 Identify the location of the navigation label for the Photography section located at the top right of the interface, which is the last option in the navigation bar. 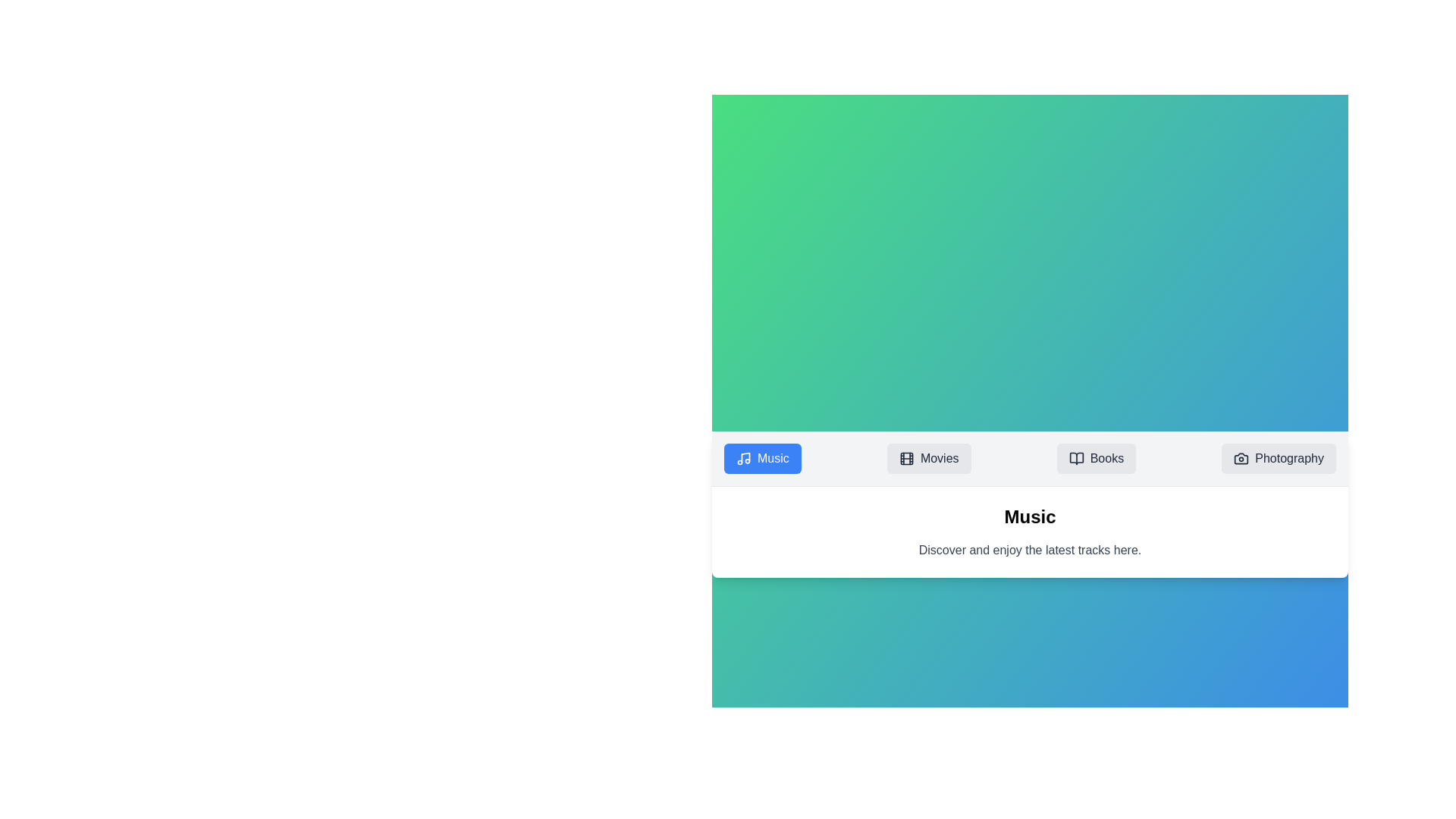
(1288, 457).